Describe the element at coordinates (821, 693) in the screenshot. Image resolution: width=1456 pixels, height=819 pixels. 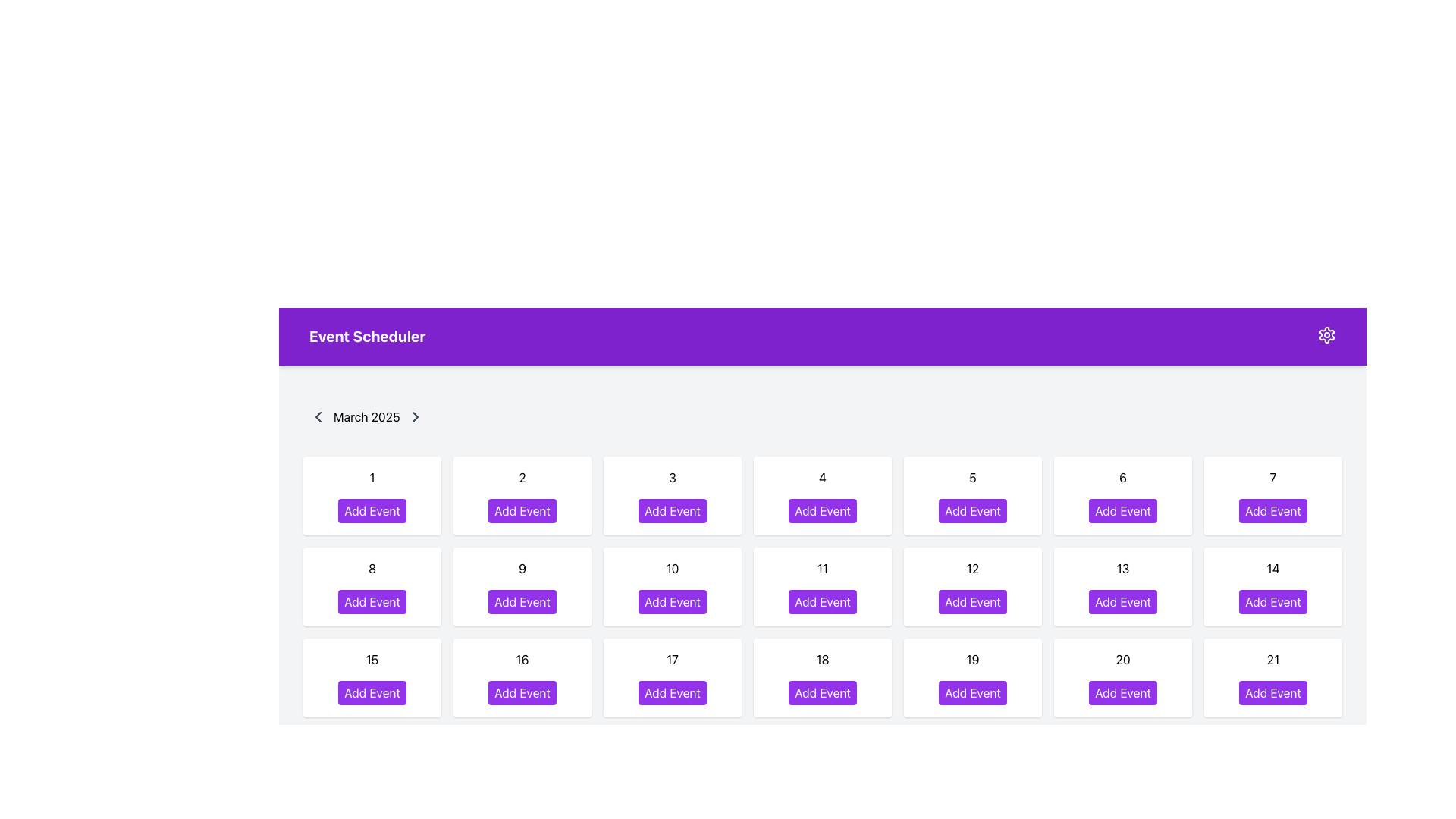
I see `the button associated with the calendar date March 18, 2025` at that location.